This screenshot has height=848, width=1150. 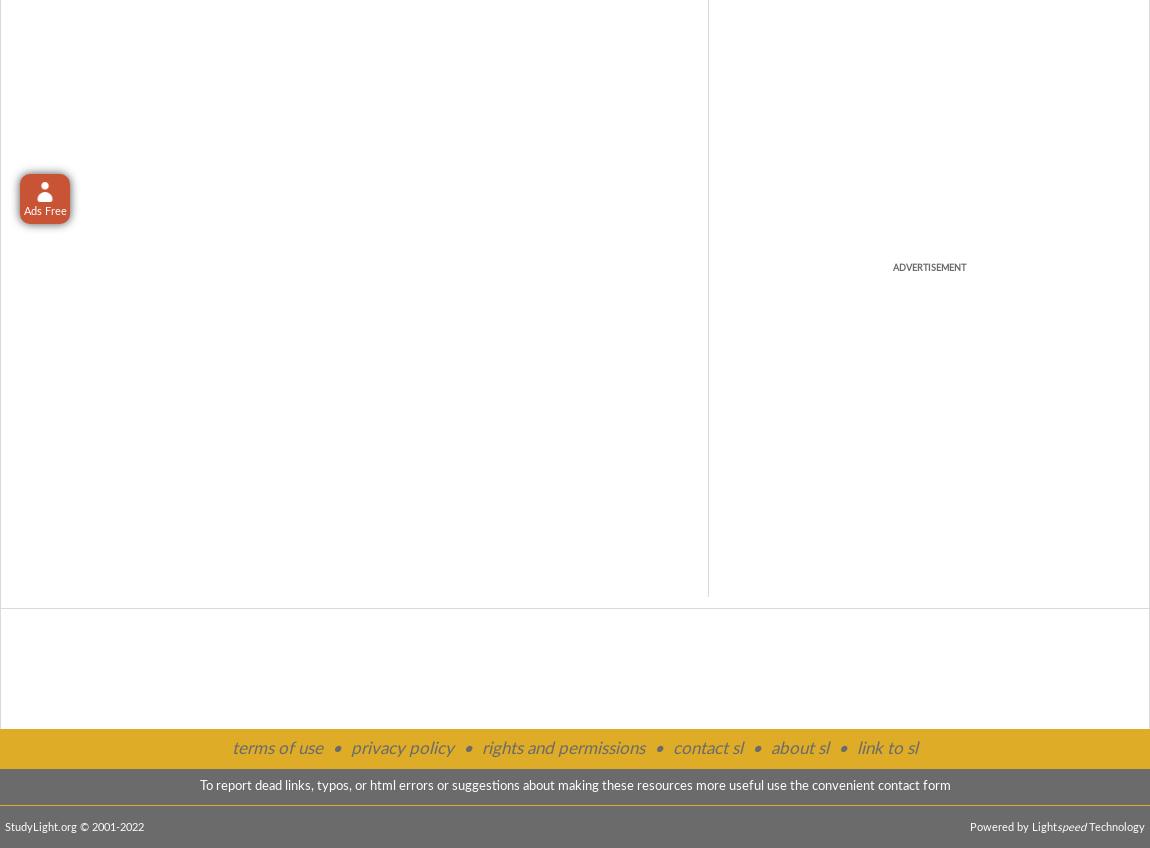 What do you see at coordinates (43, 211) in the screenshot?
I see `'Ads Free'` at bounding box center [43, 211].